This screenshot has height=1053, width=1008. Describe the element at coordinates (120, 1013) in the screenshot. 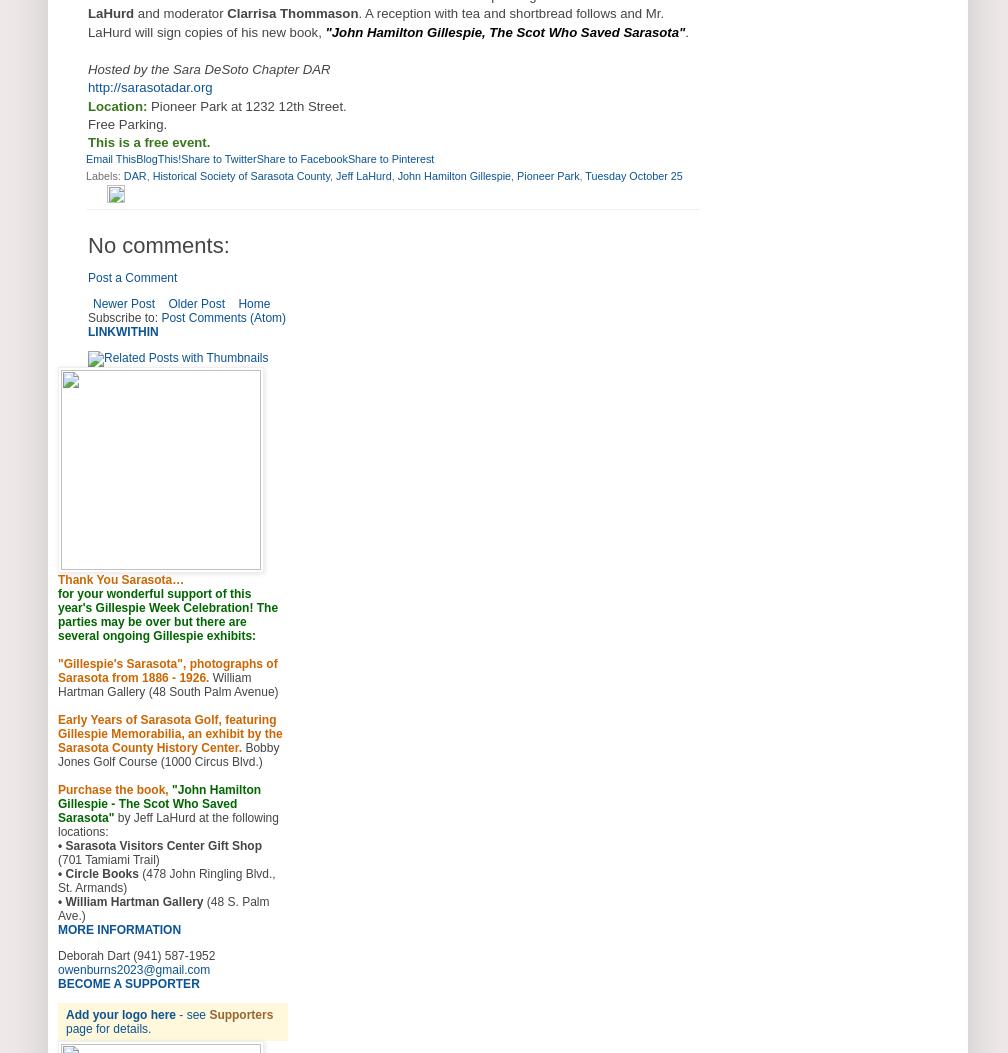

I see `'Add your logo here'` at that location.